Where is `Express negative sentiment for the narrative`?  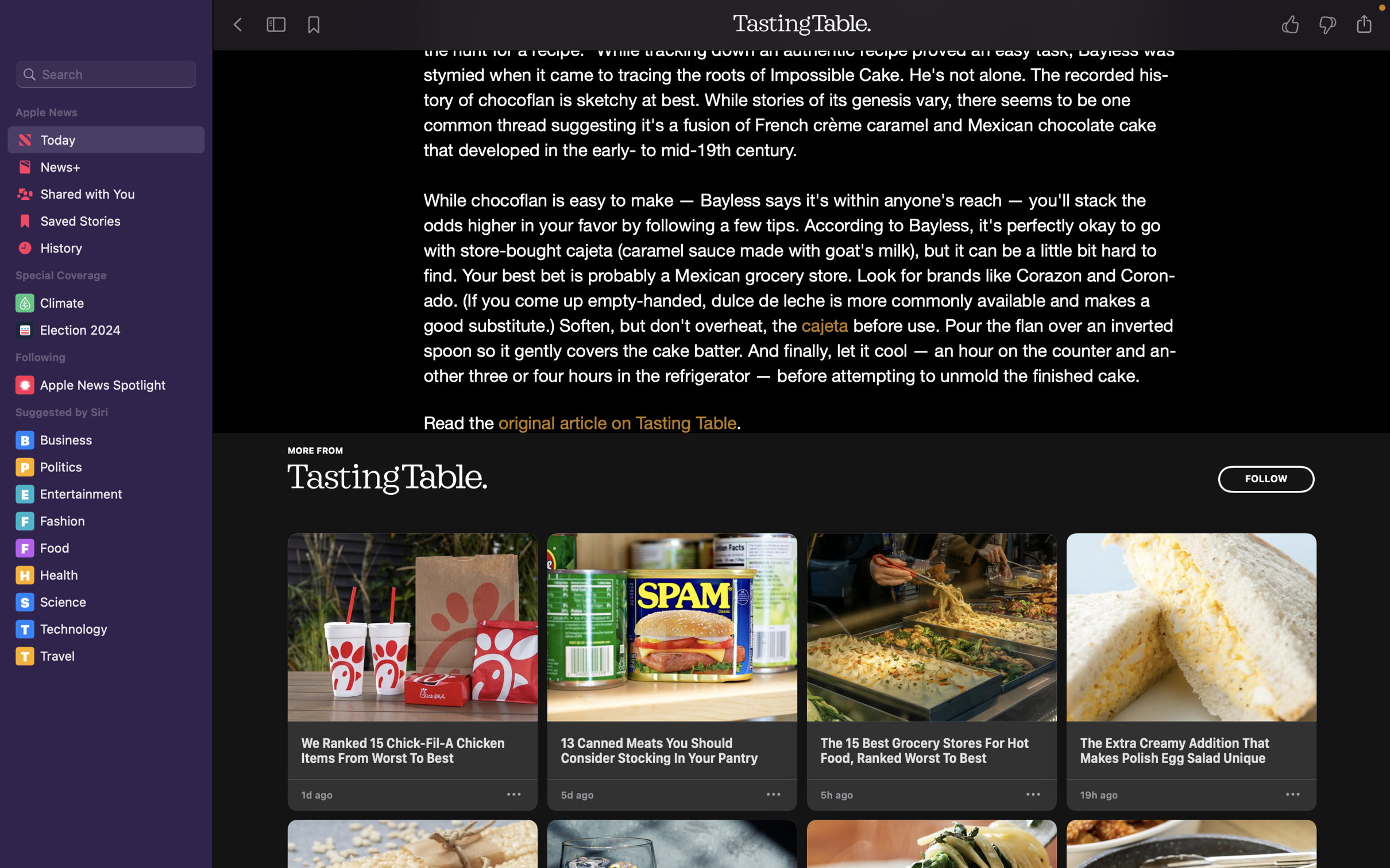 Express negative sentiment for the narrative is located at coordinates (1331, 26).